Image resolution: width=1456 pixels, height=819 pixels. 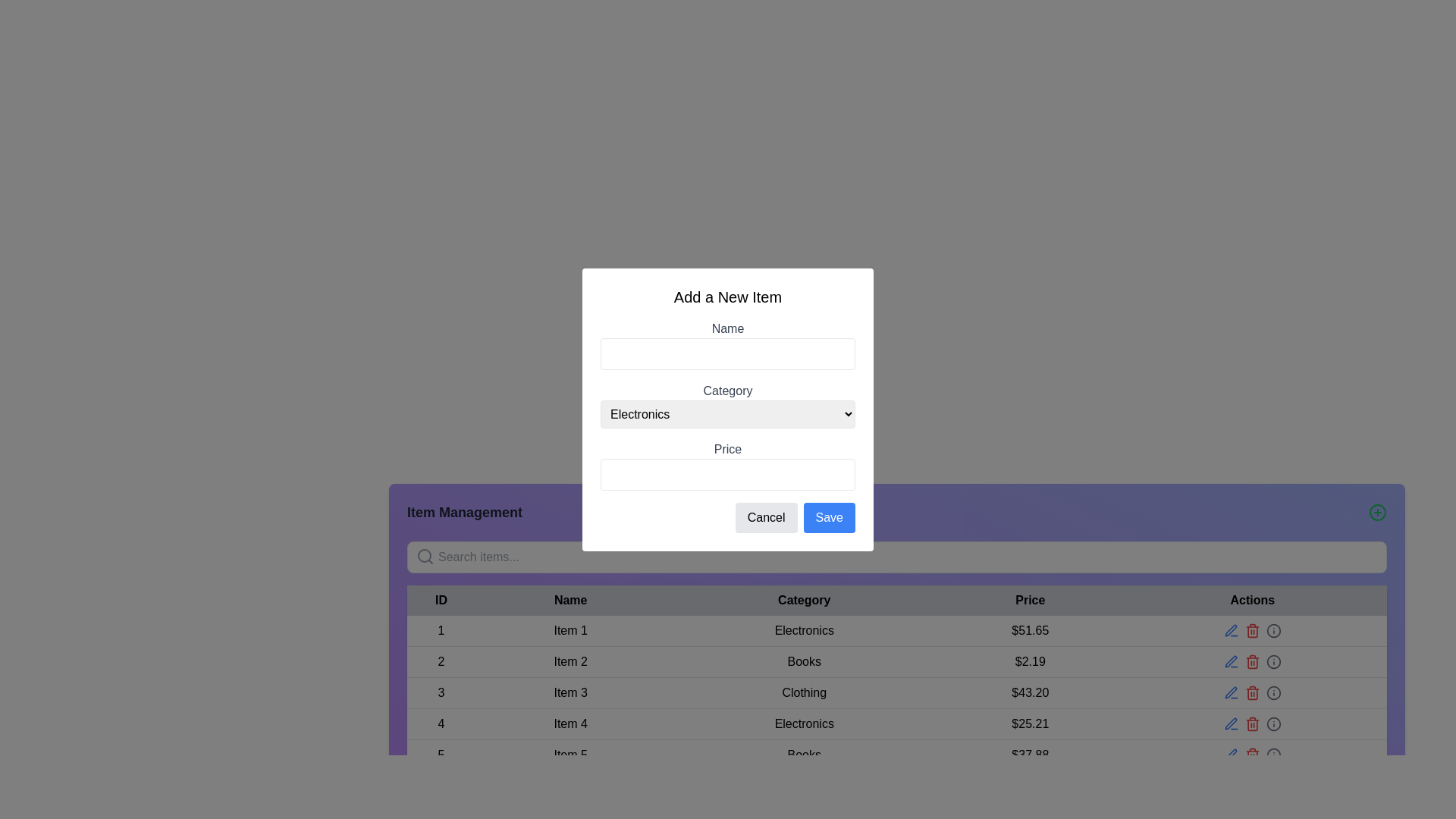 What do you see at coordinates (464, 512) in the screenshot?
I see `the bold text label reading 'Item Management' styled in large font size and dark gray color, prominently placed against a purple background in the top-left corner of its section` at bounding box center [464, 512].